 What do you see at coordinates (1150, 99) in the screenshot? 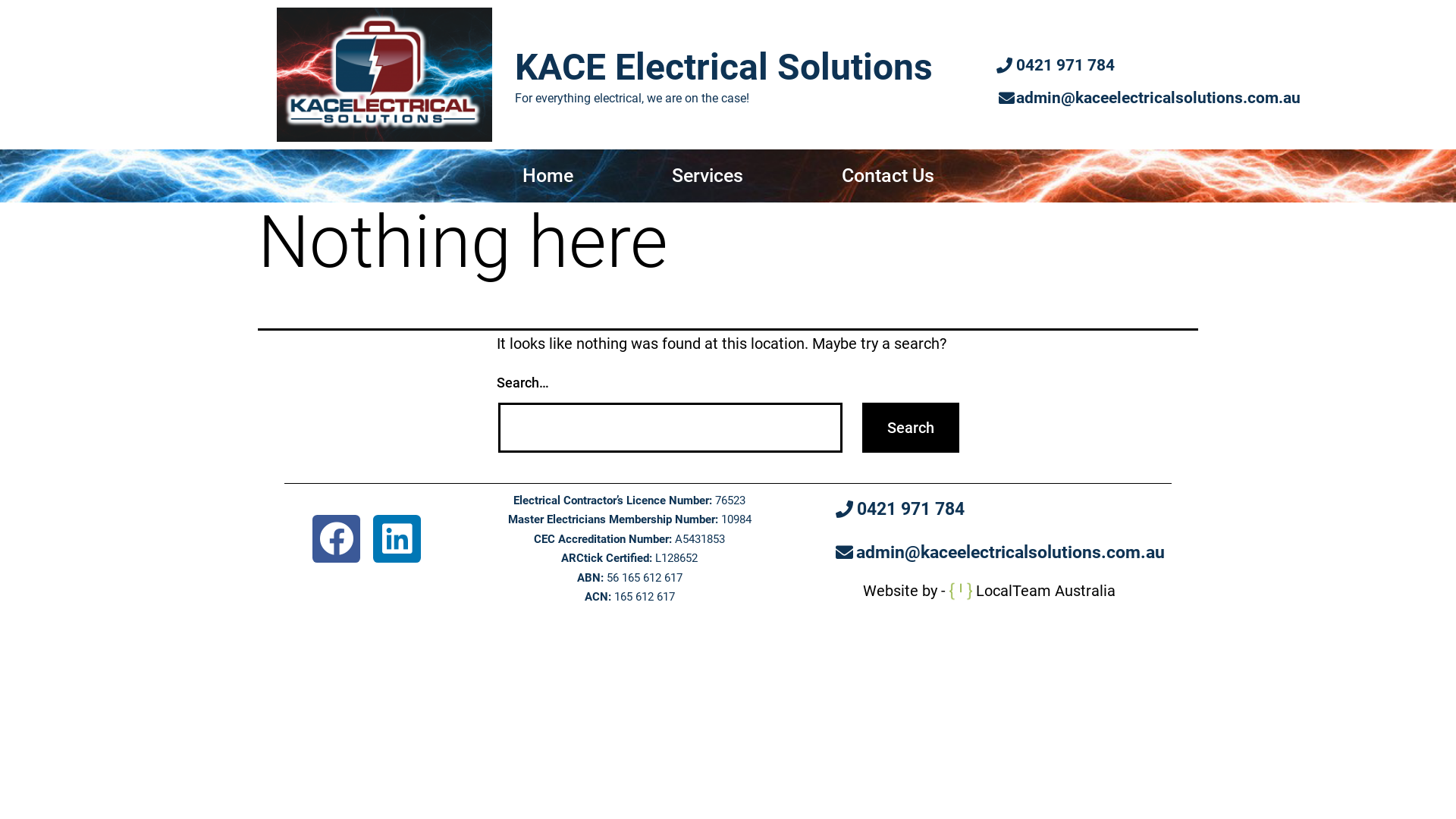
I see `'admin@kaceelectricalsolutions.com.au'` at bounding box center [1150, 99].